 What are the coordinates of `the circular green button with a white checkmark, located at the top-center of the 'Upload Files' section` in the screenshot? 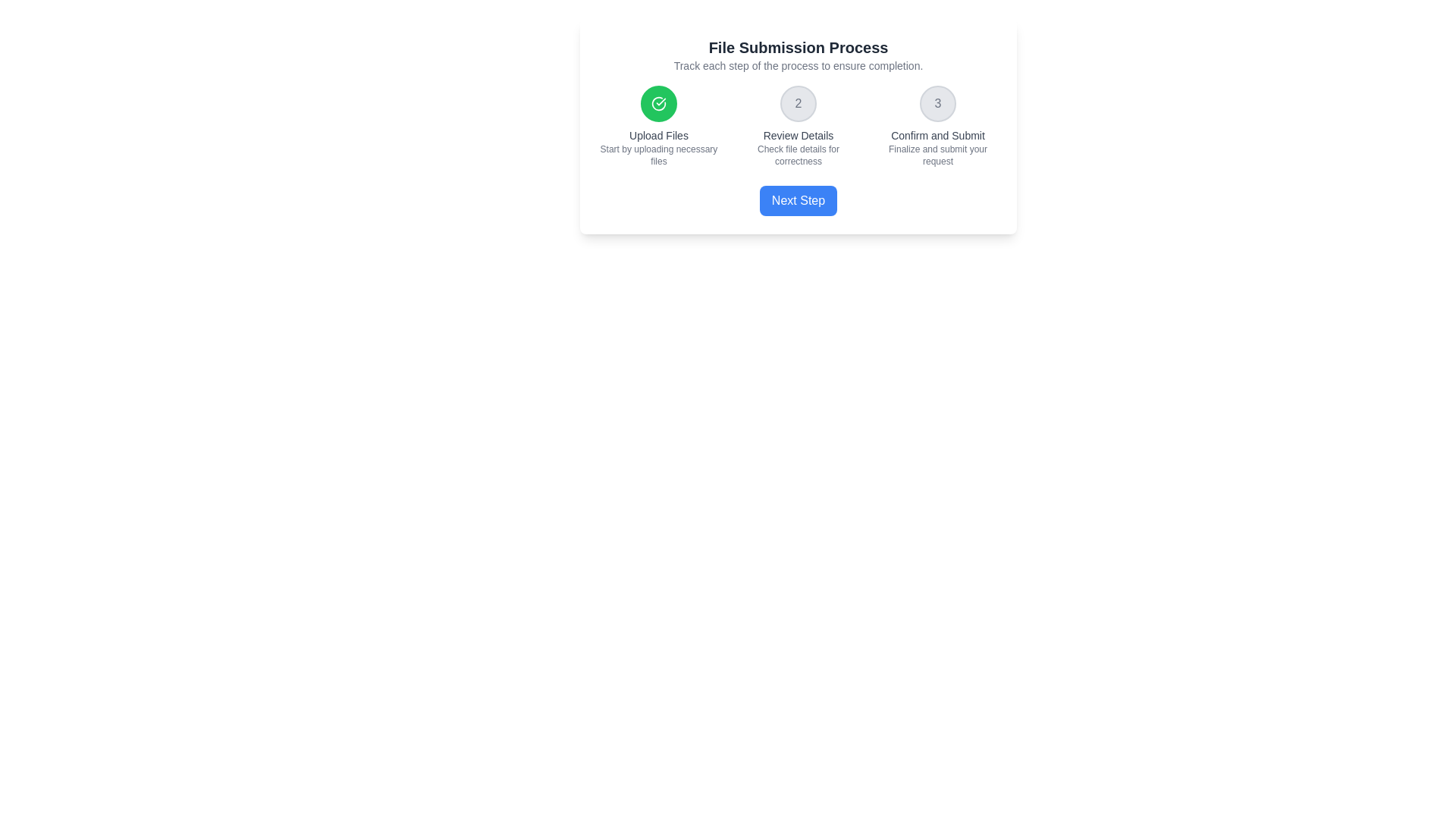 It's located at (658, 103).